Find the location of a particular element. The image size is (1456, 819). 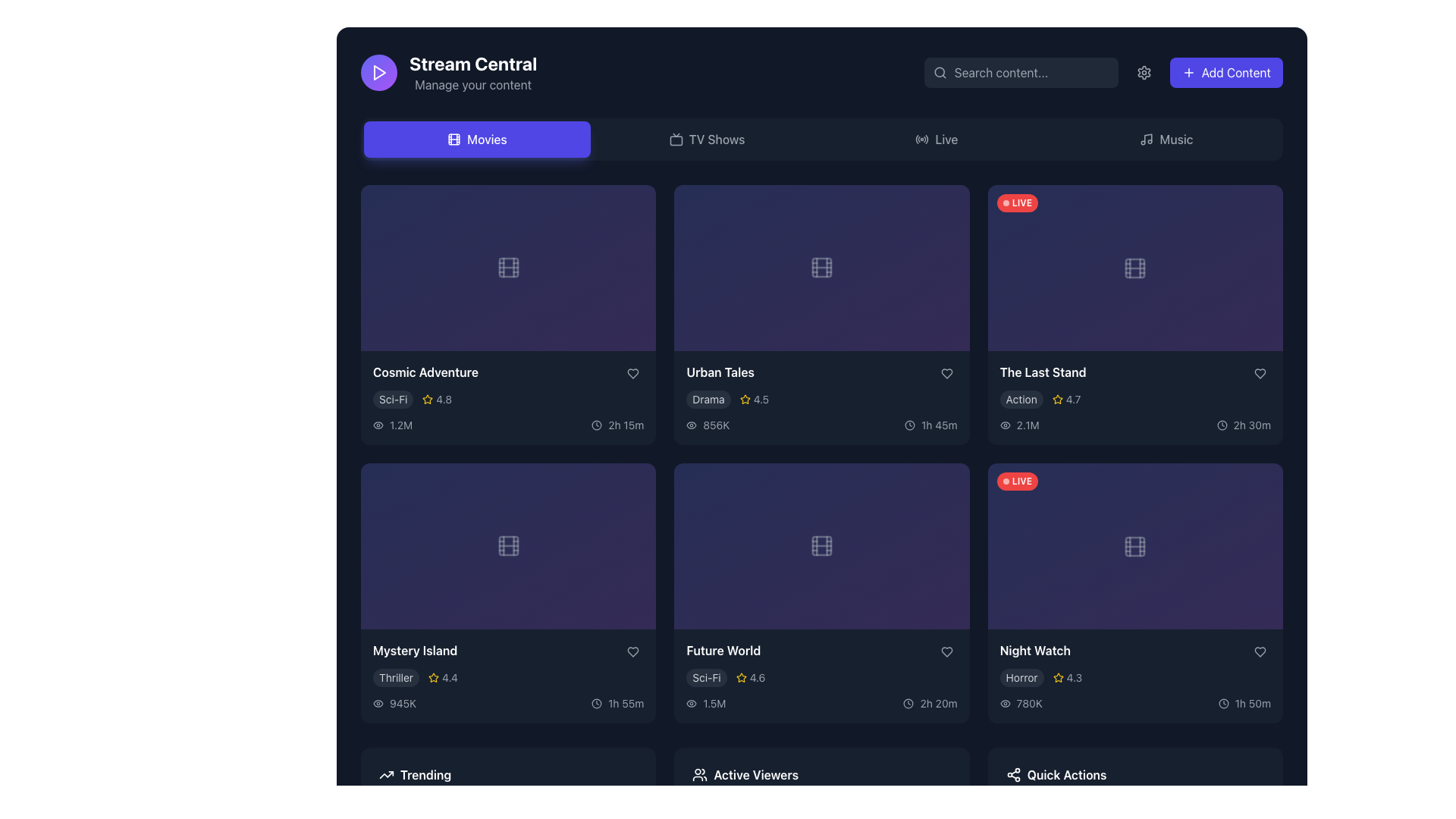

the heart icon representing the favorite action for the movie item card titled 'Urban Tales', located in the bottom-right corner of the second movie card in the first row is located at coordinates (946, 374).